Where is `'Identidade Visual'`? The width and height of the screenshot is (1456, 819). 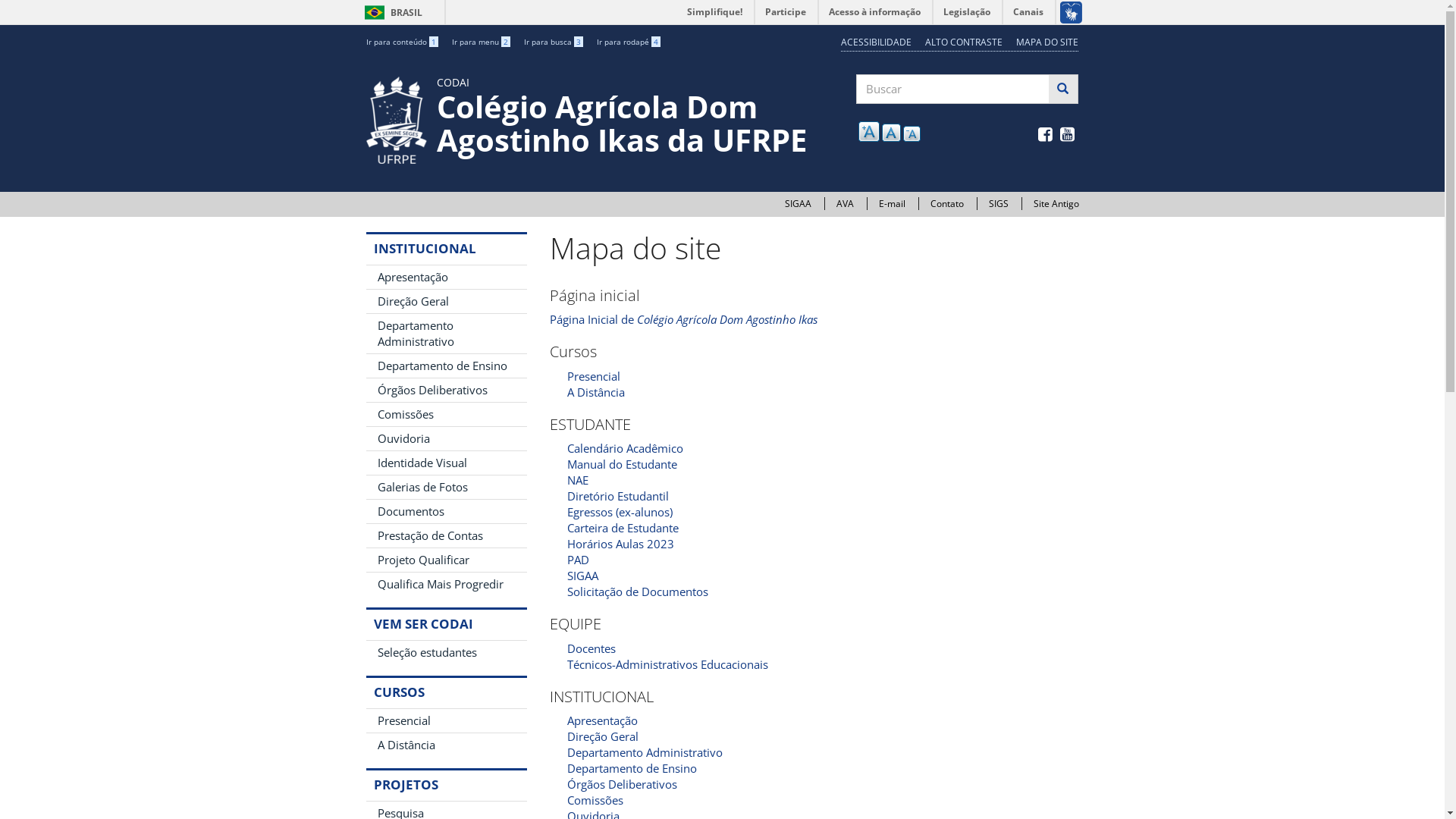
'Identidade Visual' is located at coordinates (445, 462).